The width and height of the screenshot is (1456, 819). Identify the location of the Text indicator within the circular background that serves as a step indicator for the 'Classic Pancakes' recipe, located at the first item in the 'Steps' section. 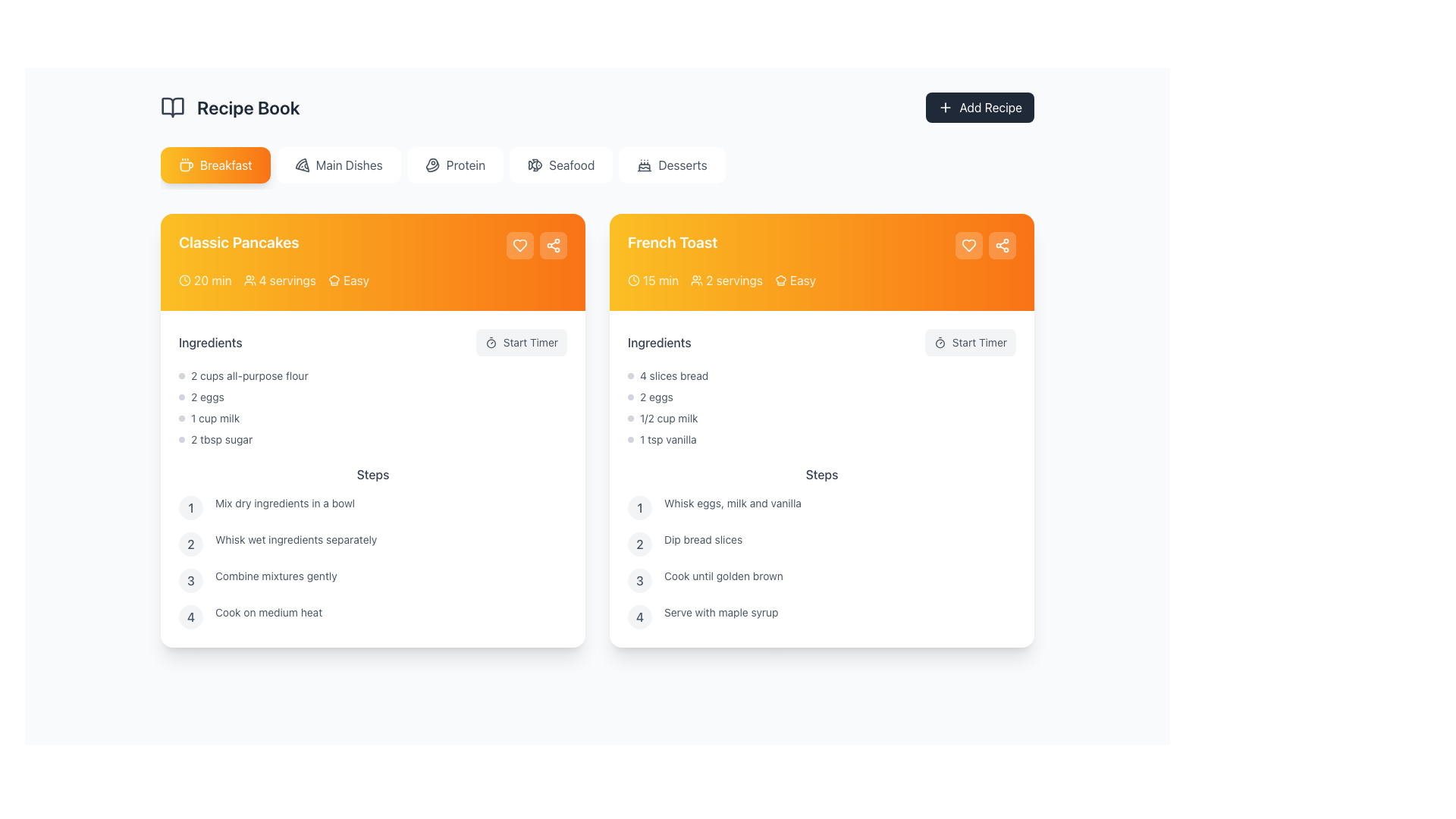
(190, 508).